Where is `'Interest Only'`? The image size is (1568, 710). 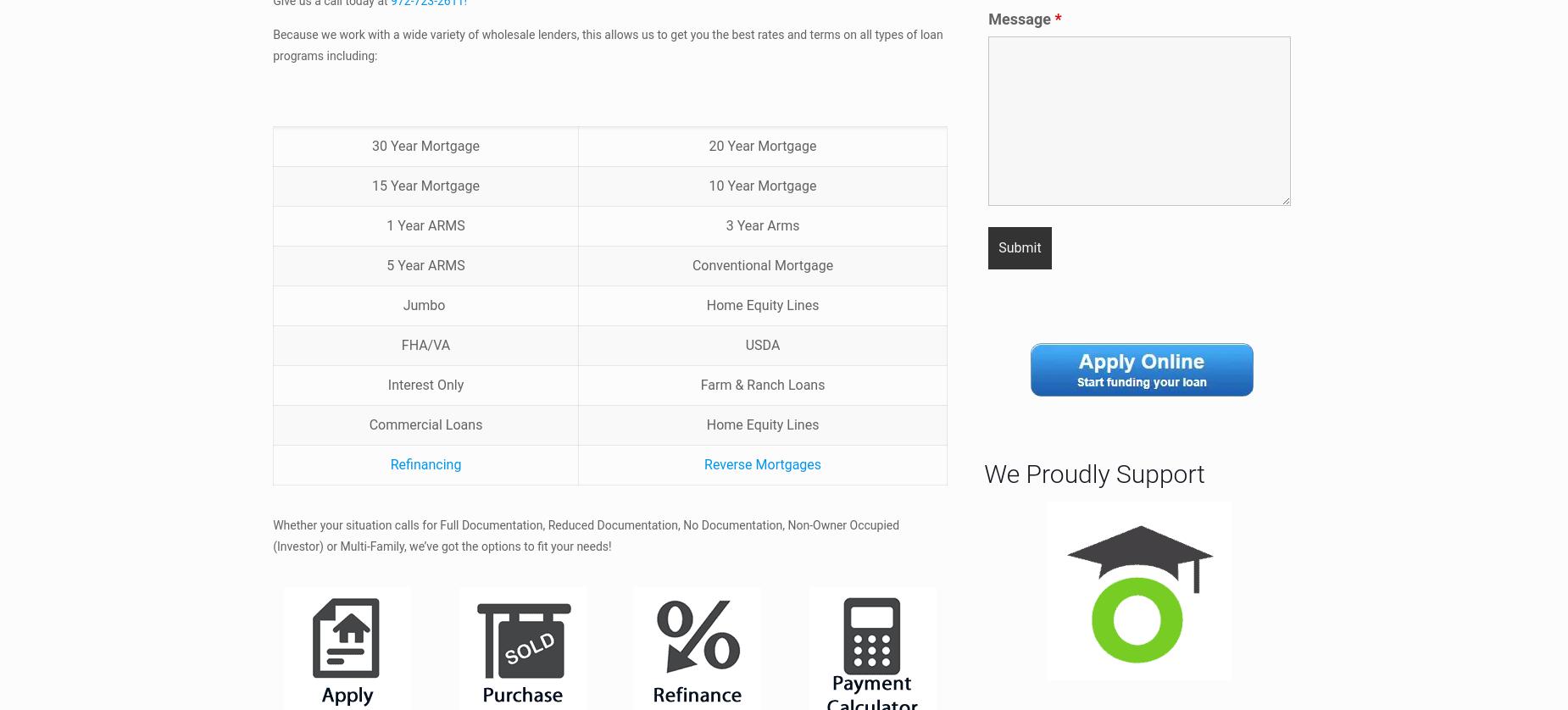
'Interest Only' is located at coordinates (425, 384).